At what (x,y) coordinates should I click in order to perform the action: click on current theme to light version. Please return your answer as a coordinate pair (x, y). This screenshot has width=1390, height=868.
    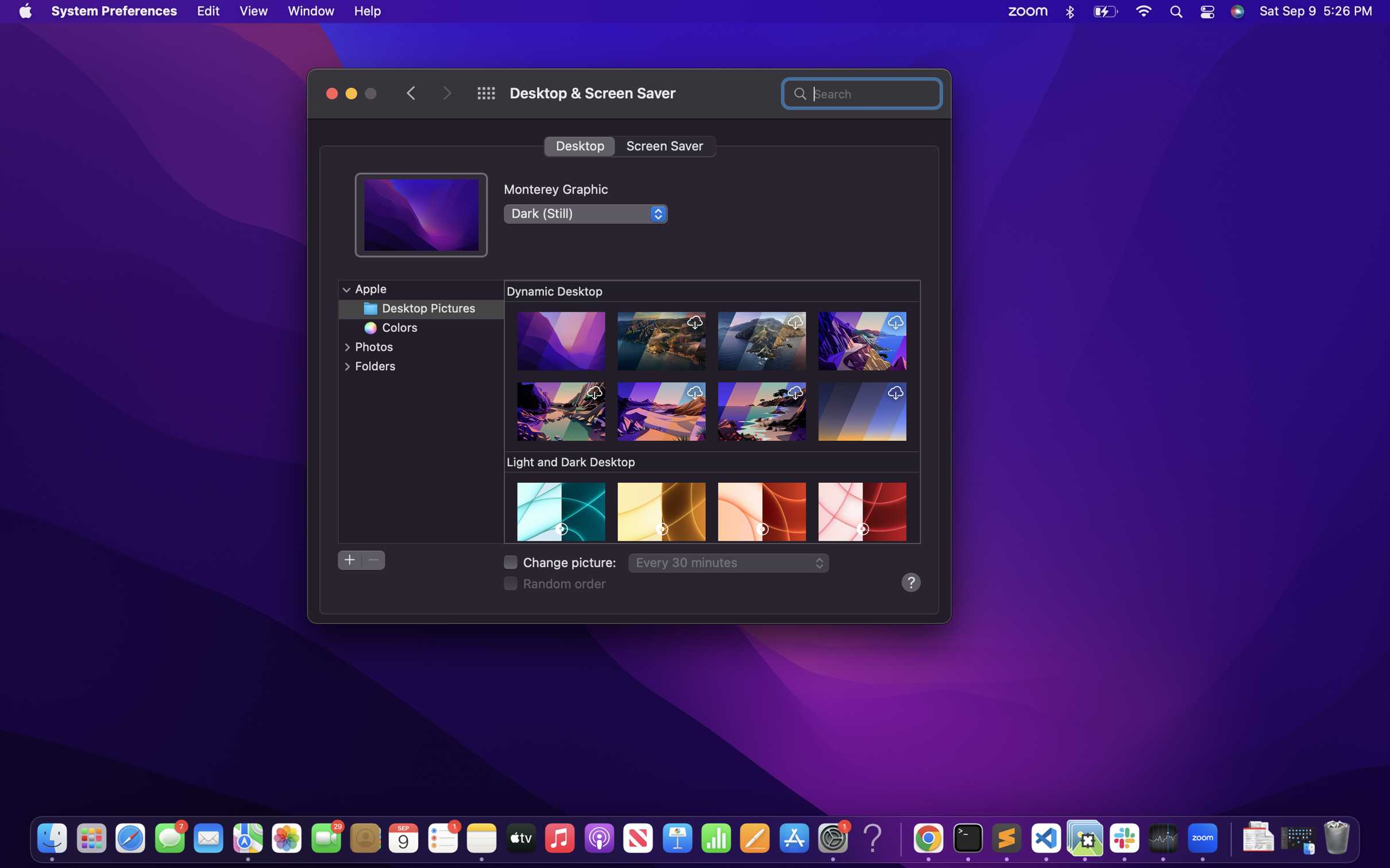
    Looking at the image, I should click on (585, 212).